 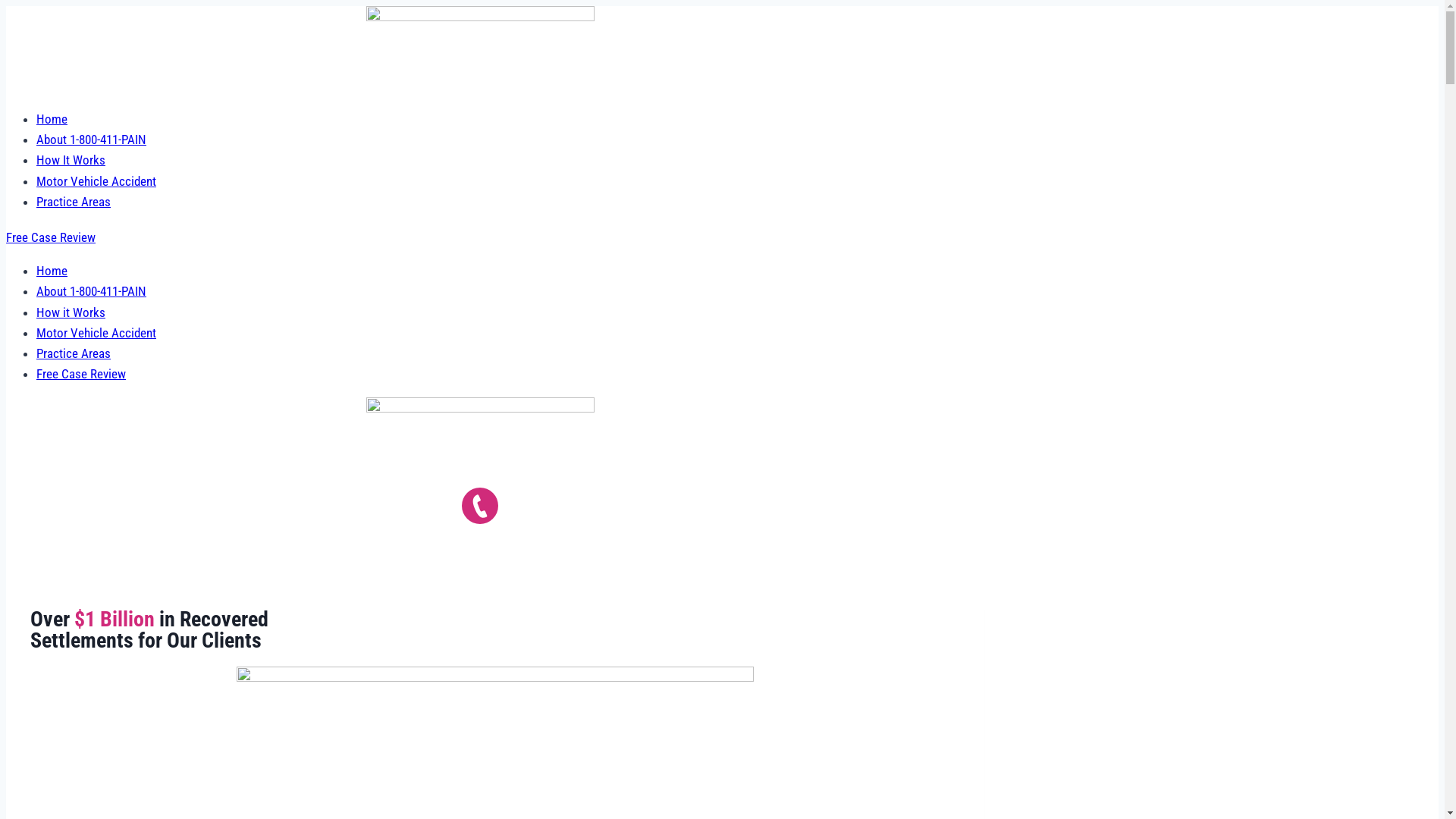 What do you see at coordinates (52, 270) in the screenshot?
I see `'Home'` at bounding box center [52, 270].